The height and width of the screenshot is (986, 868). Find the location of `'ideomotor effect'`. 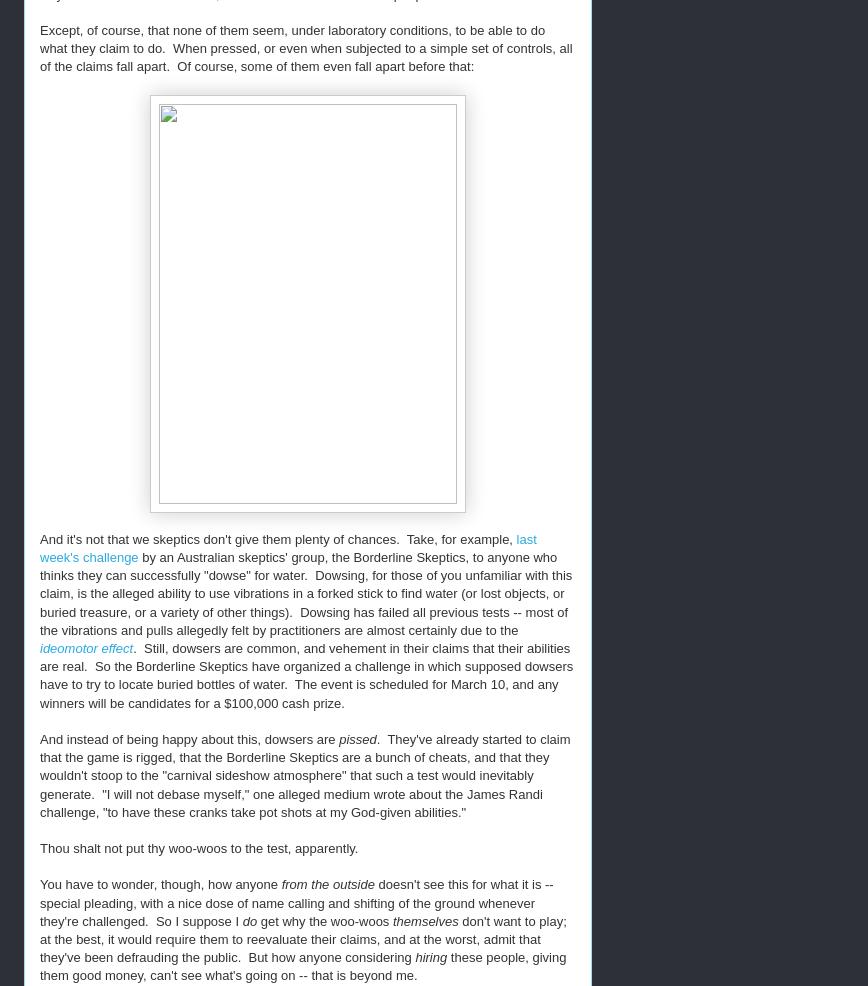

'ideomotor effect' is located at coordinates (86, 648).